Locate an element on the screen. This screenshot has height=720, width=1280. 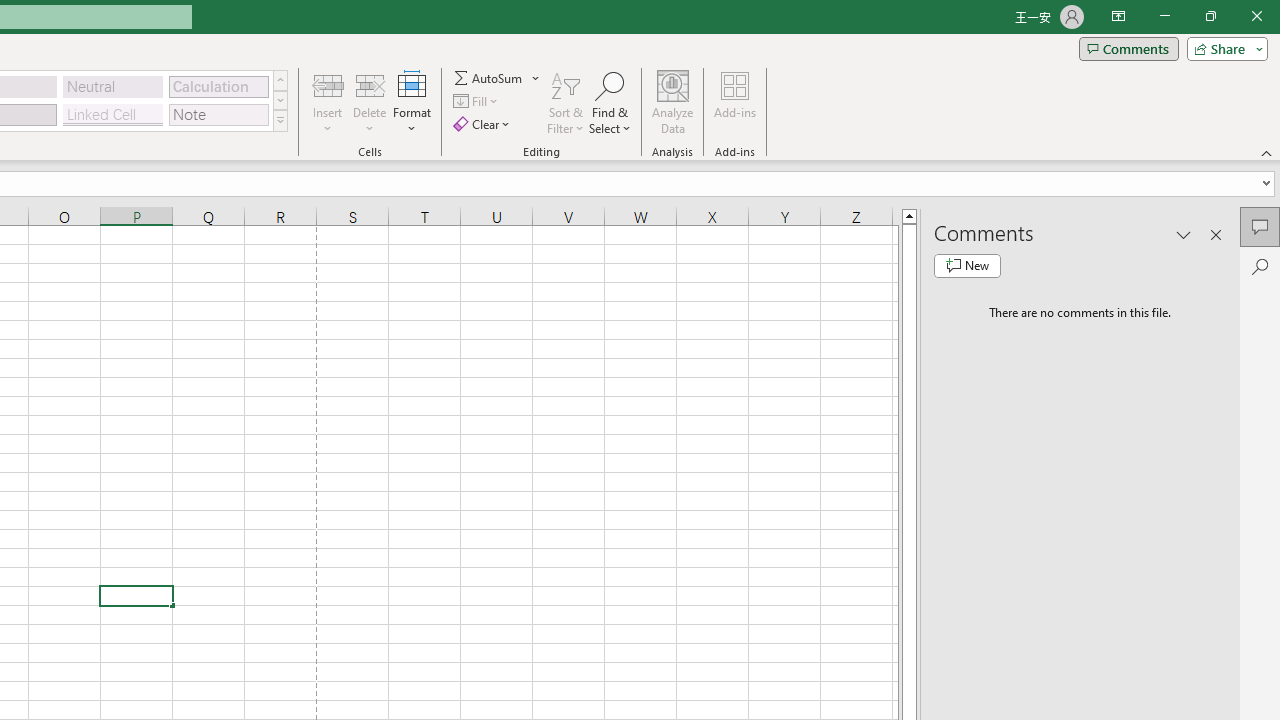
'Restore Down' is located at coordinates (1209, 16).